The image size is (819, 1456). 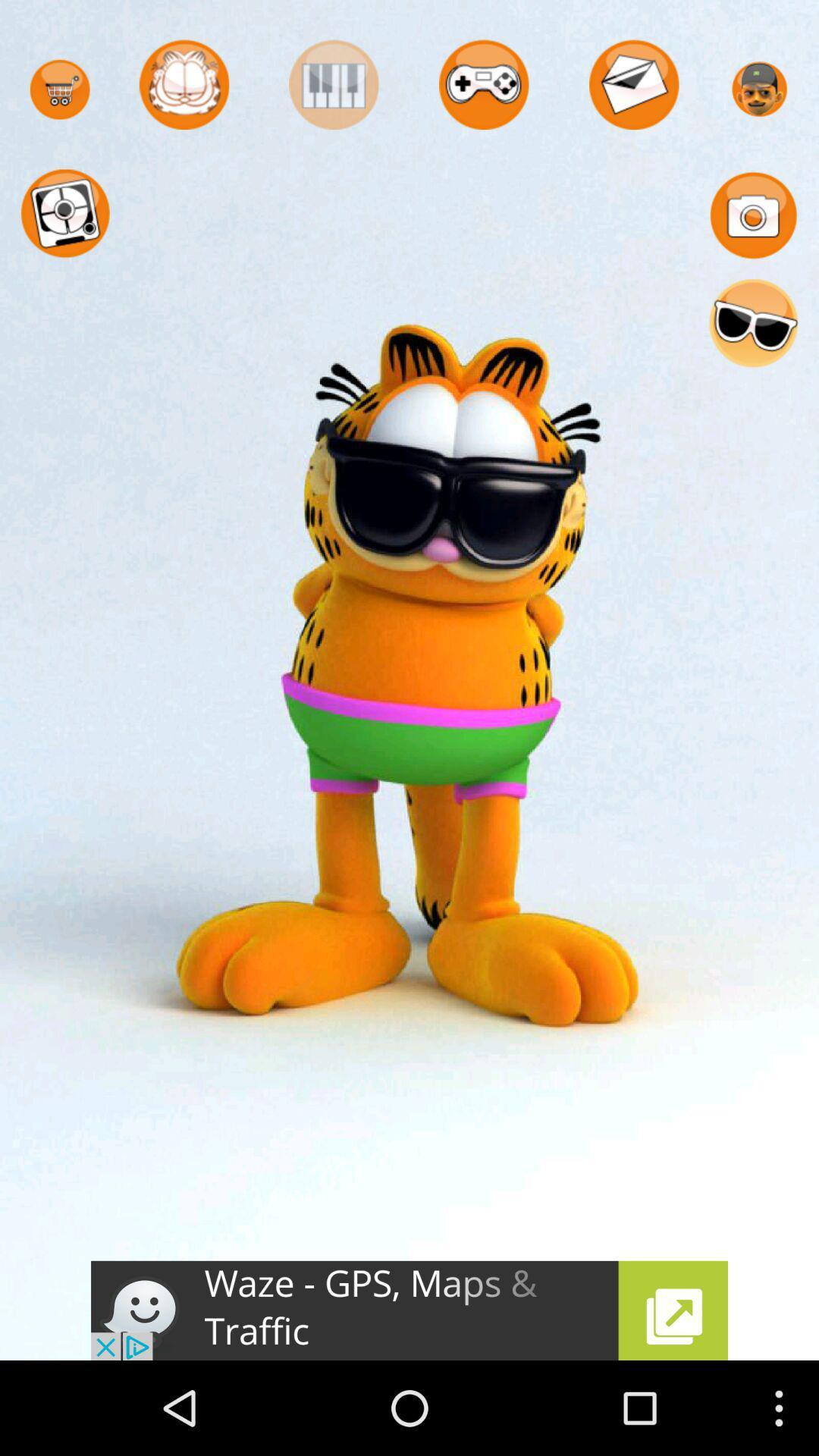 What do you see at coordinates (753, 228) in the screenshot?
I see `the photo icon` at bounding box center [753, 228].